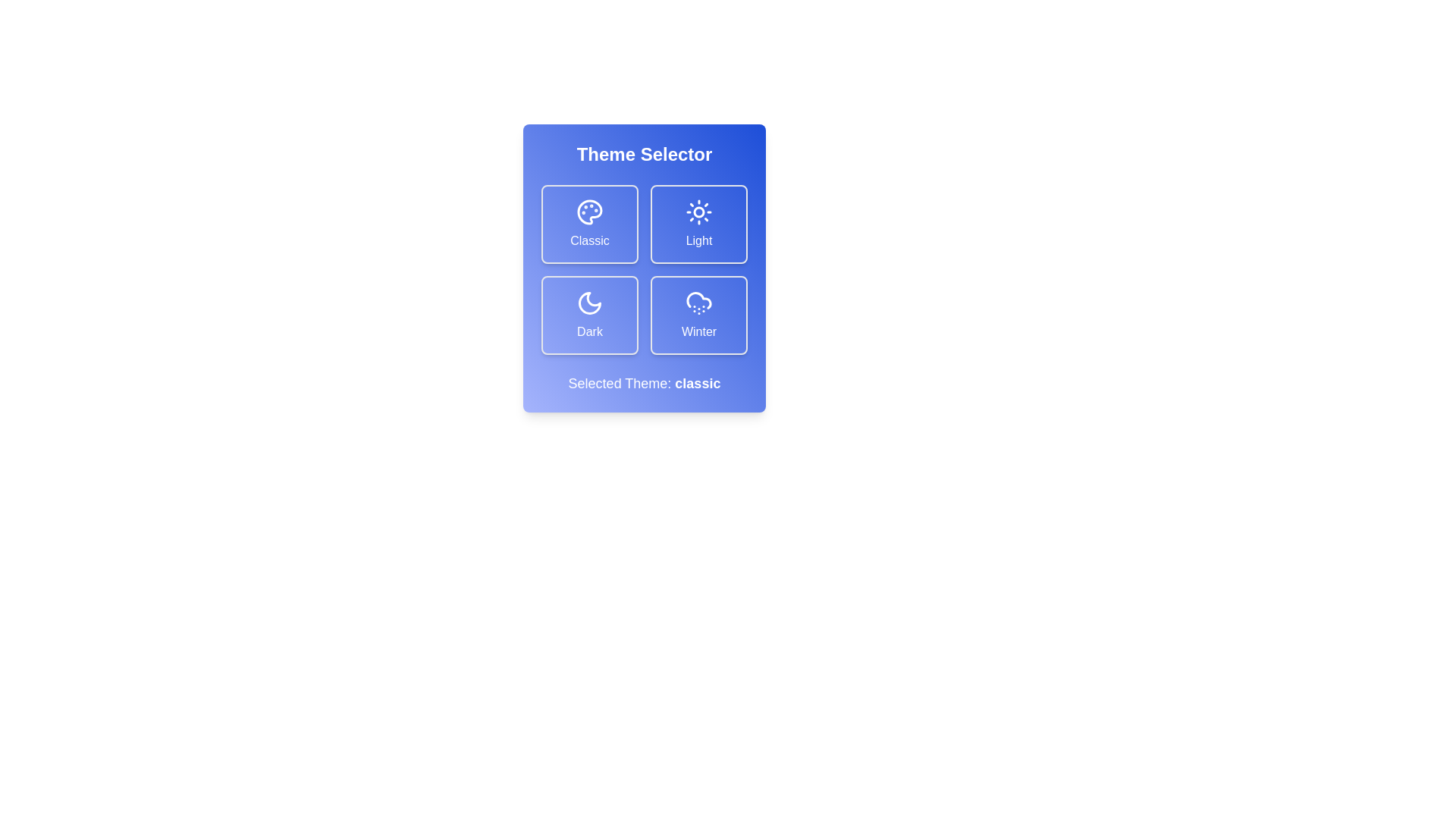 The width and height of the screenshot is (1456, 819). Describe the element at coordinates (588, 224) in the screenshot. I see `the theme by clicking on the respective button. The parameter classic specifies the theme to select, with possible values being 'classic', 'light', 'dark', or 'winter'` at that location.